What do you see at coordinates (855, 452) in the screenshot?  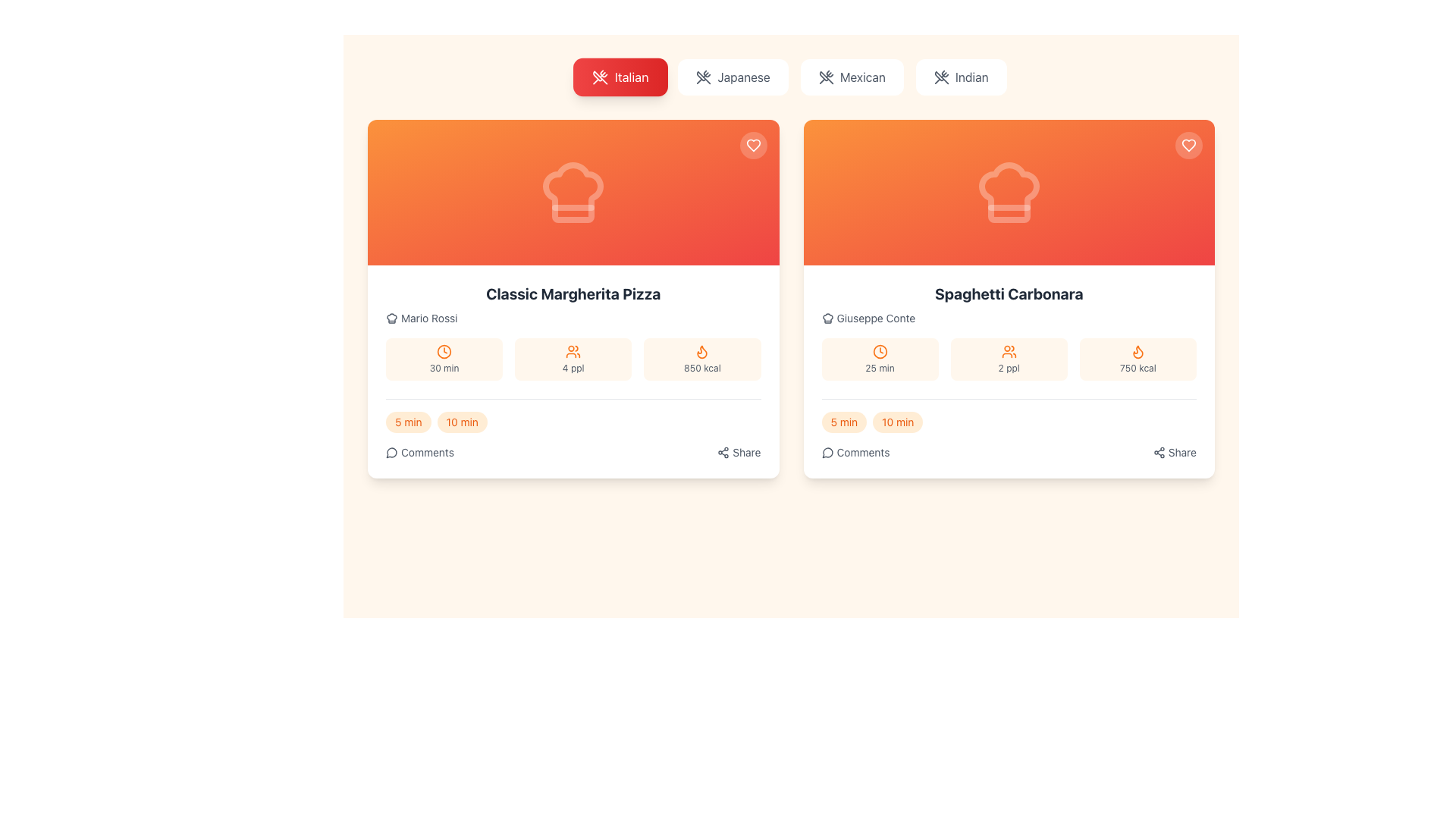 I see `the Comments button, which is the first interactive button in the row under the 'Spaghetti Carbonara' card` at bounding box center [855, 452].